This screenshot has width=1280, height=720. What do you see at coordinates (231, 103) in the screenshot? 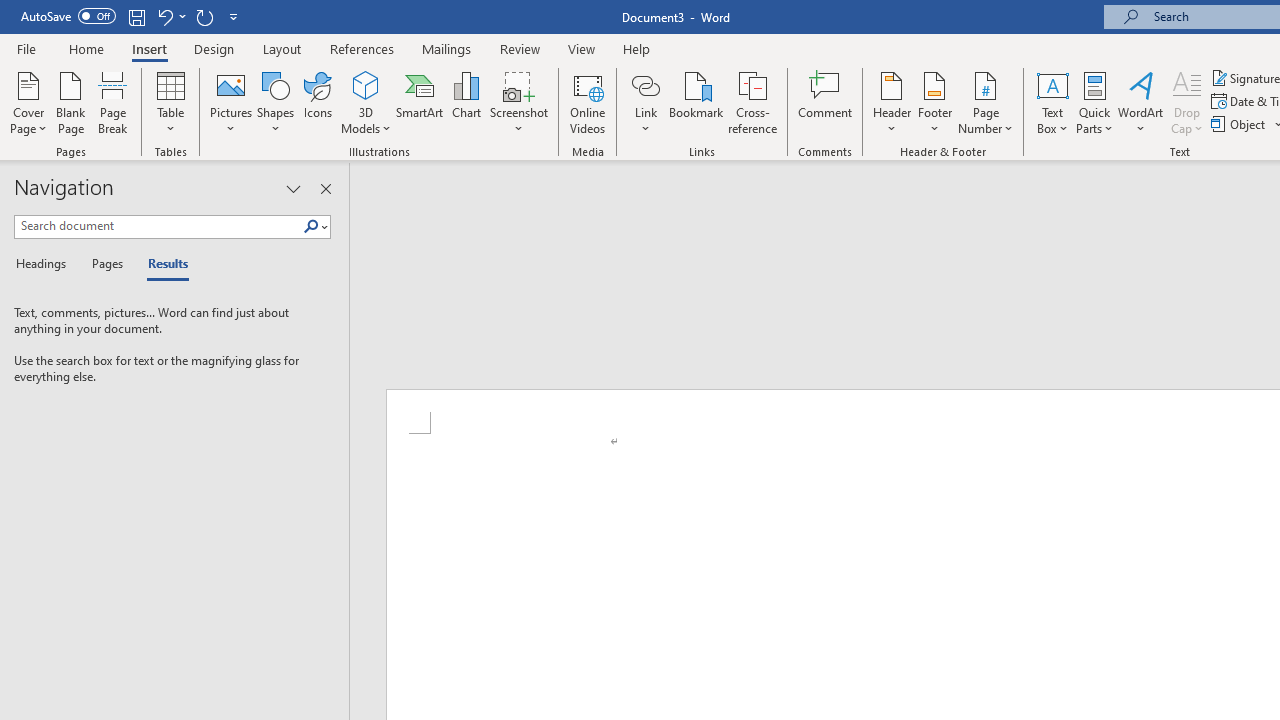
I see `'Pictures'` at bounding box center [231, 103].